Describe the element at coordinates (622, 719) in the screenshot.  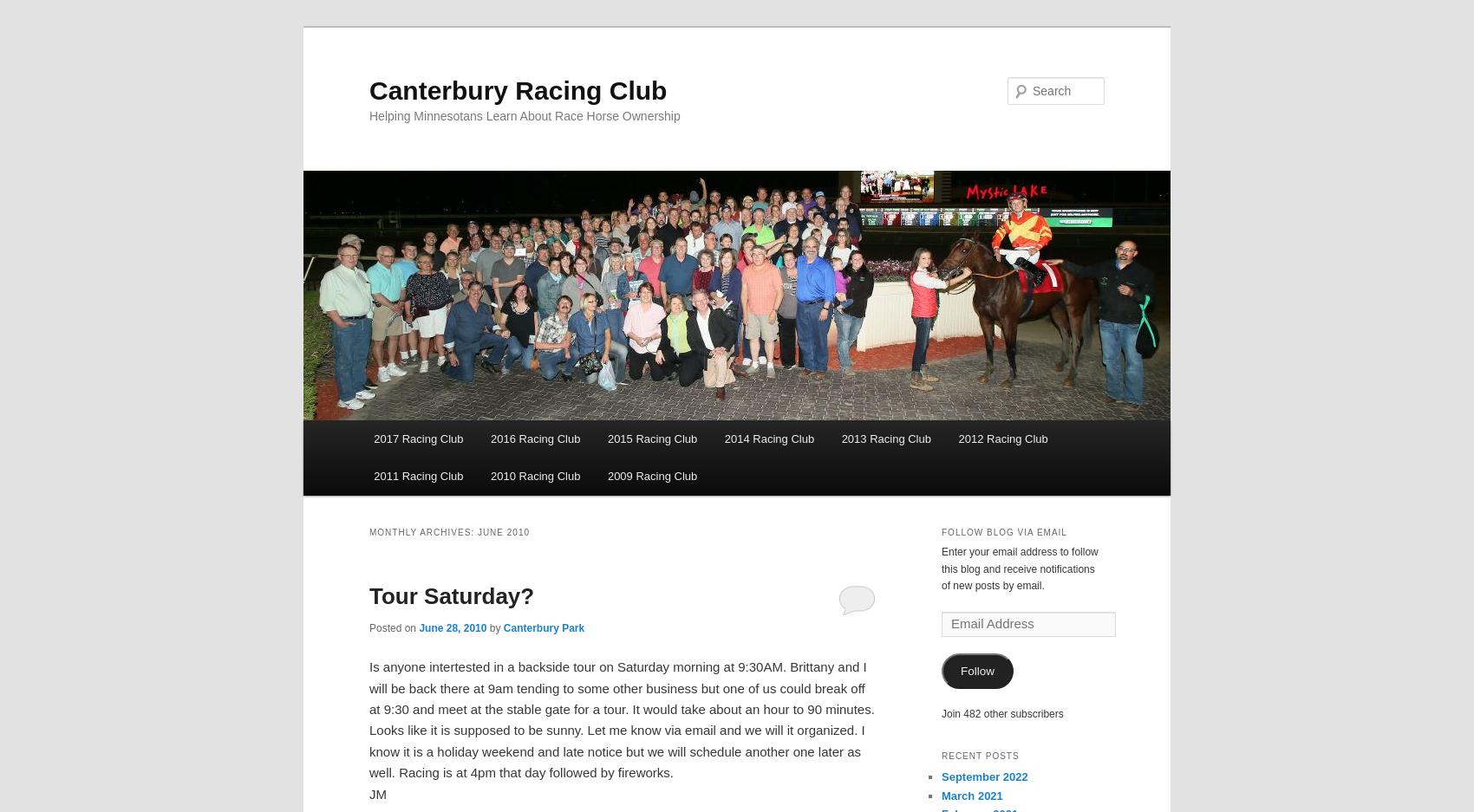
I see `'Is anyone intertested in a backside tour on Saturday morning at 9:30AM. Brittany and I will be back there at 9am tending to some other business but one of us could break off at 9:30 and meet at the stable gate for a tour. It would take about an hour to 90 minutes.  Looks like it is supposed to be sunny.  Let me know via email and we will it organized.  I know it is a holiday weekend and late notice but we will schedule another one later as well. Racing is at 4pm that day followed by fireworks.'` at that location.